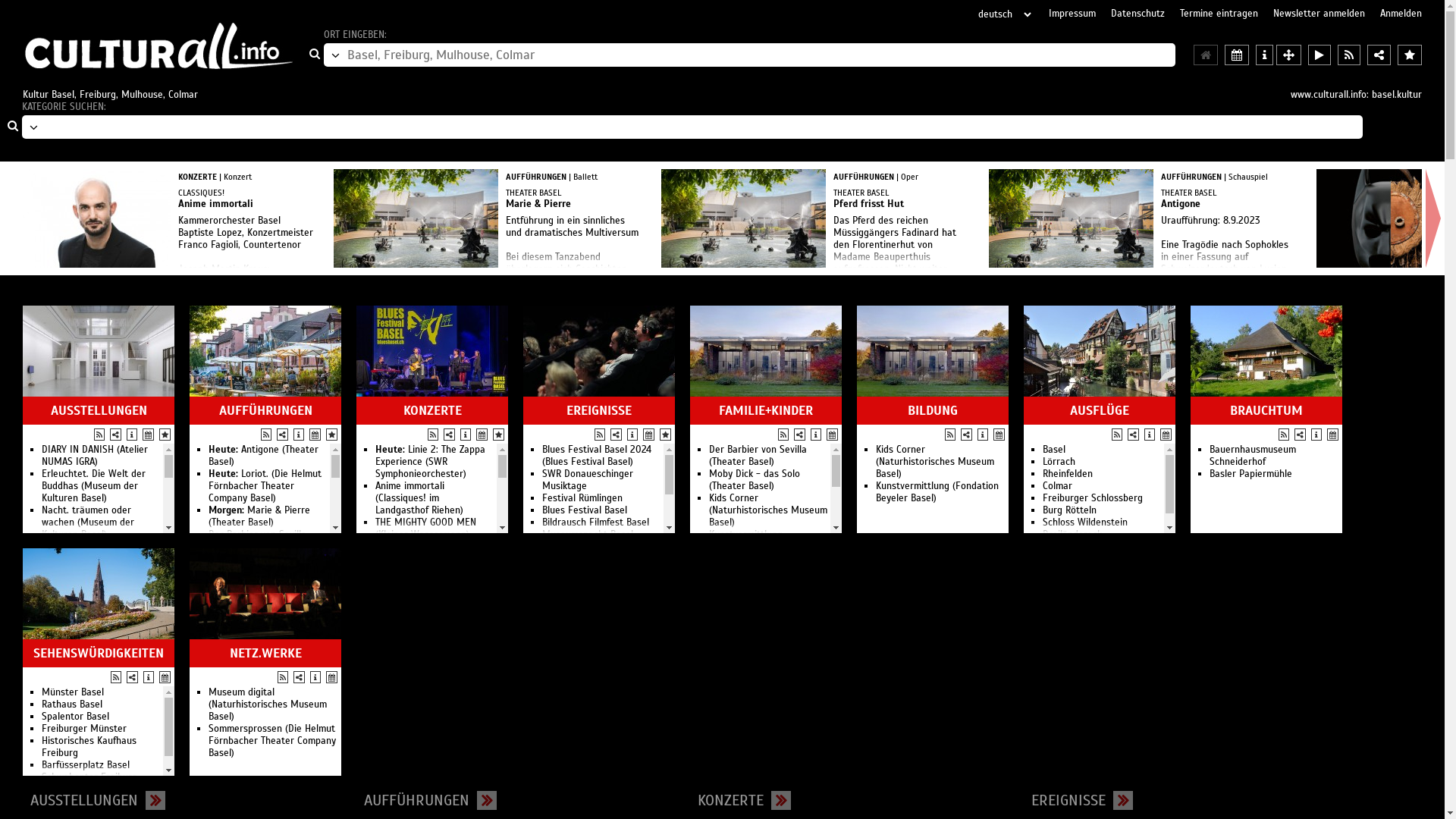 Image resolution: width=1456 pixels, height=819 pixels. I want to click on 'Dino & Saurier (Naturhistorisches Museum Basel)', so click(100, 765).